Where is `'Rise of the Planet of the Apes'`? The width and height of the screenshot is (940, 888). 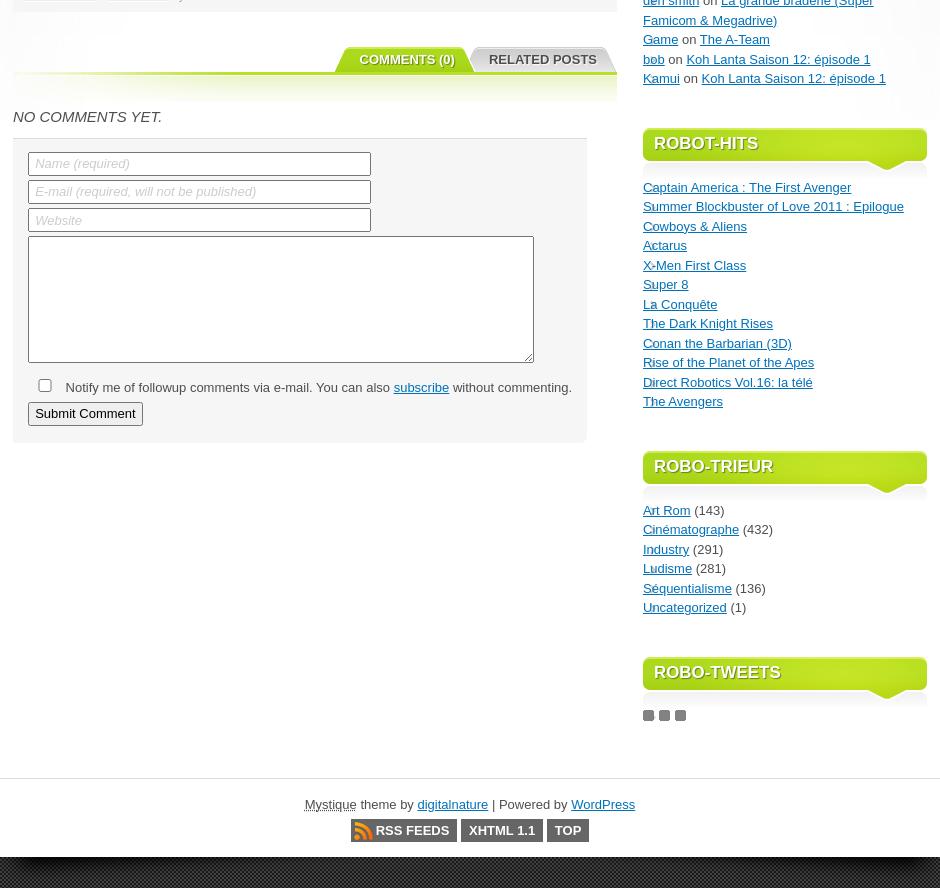
'Rise of the Planet of the Apes' is located at coordinates (728, 362).